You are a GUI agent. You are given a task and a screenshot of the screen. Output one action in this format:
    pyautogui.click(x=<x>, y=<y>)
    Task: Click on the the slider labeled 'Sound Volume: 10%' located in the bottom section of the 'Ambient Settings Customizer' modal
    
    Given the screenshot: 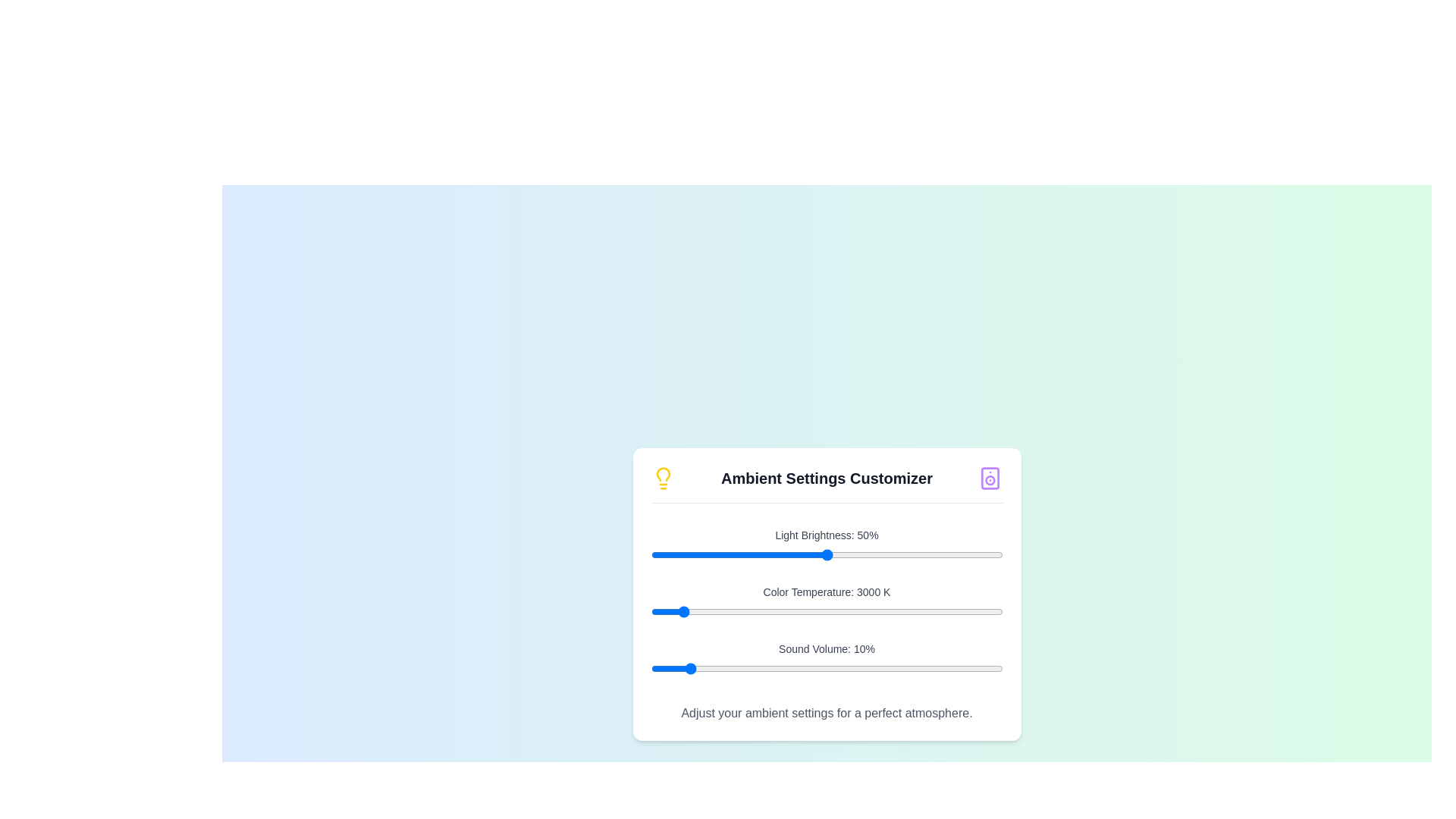 What is the action you would take?
    pyautogui.click(x=826, y=668)
    